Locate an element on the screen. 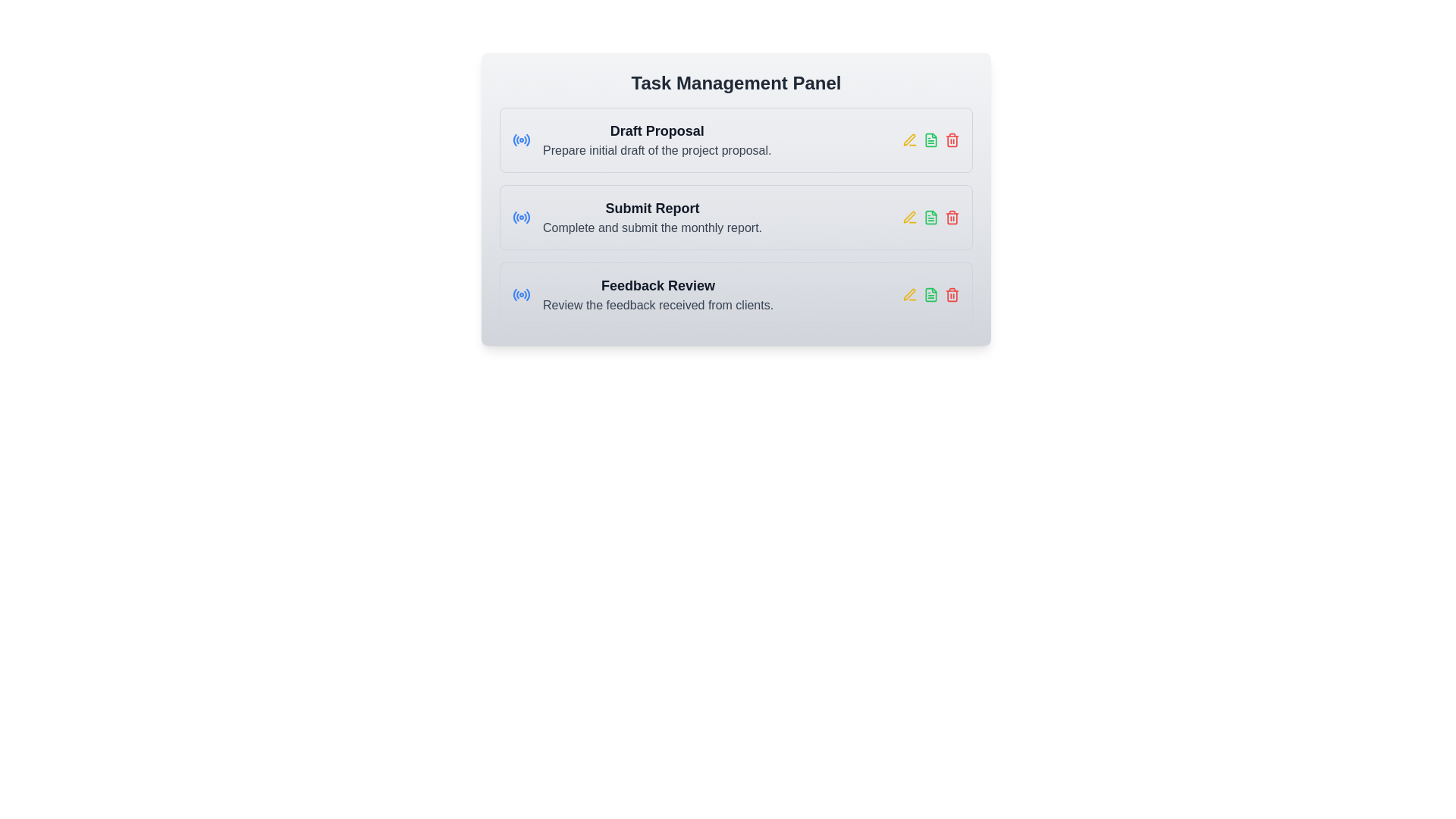  the icon in the 'Feedback Review' task panel is located at coordinates (930, 295).